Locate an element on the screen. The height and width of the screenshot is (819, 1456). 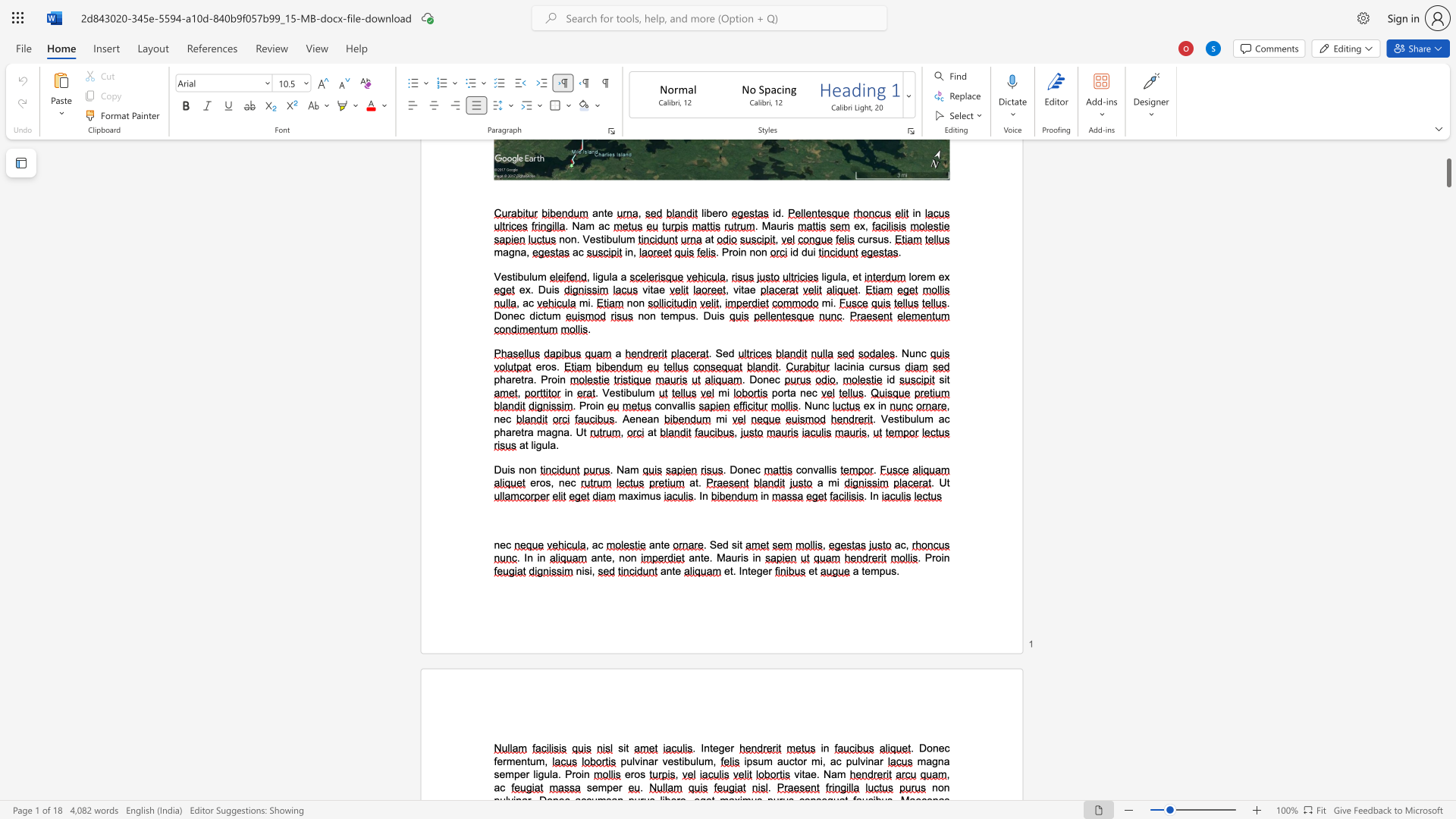
the space between the continuous character "n" and "t" in the text is located at coordinates (708, 747).